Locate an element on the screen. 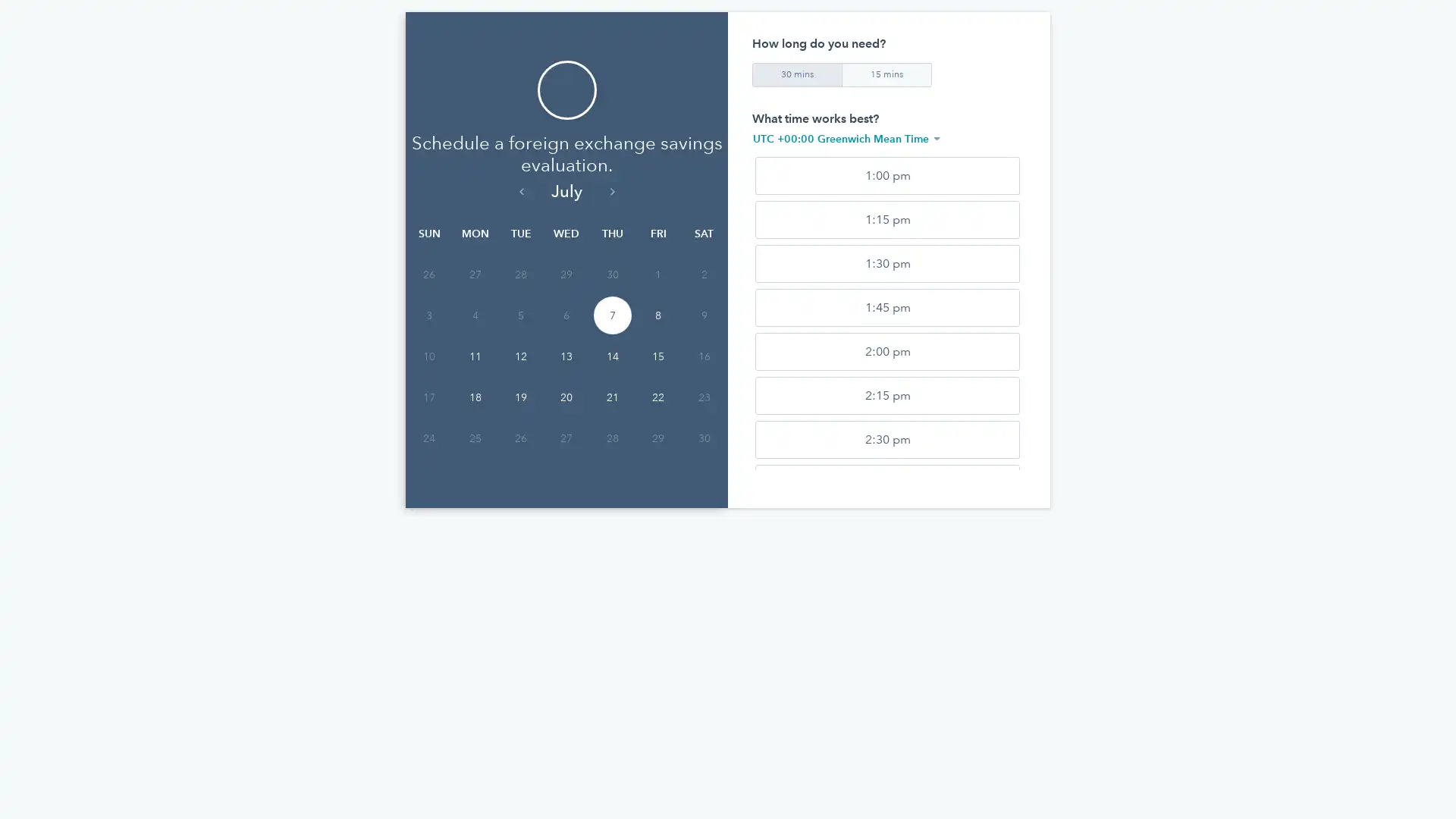 Image resolution: width=1456 pixels, height=819 pixels. July 18th is located at coordinates (473, 397).